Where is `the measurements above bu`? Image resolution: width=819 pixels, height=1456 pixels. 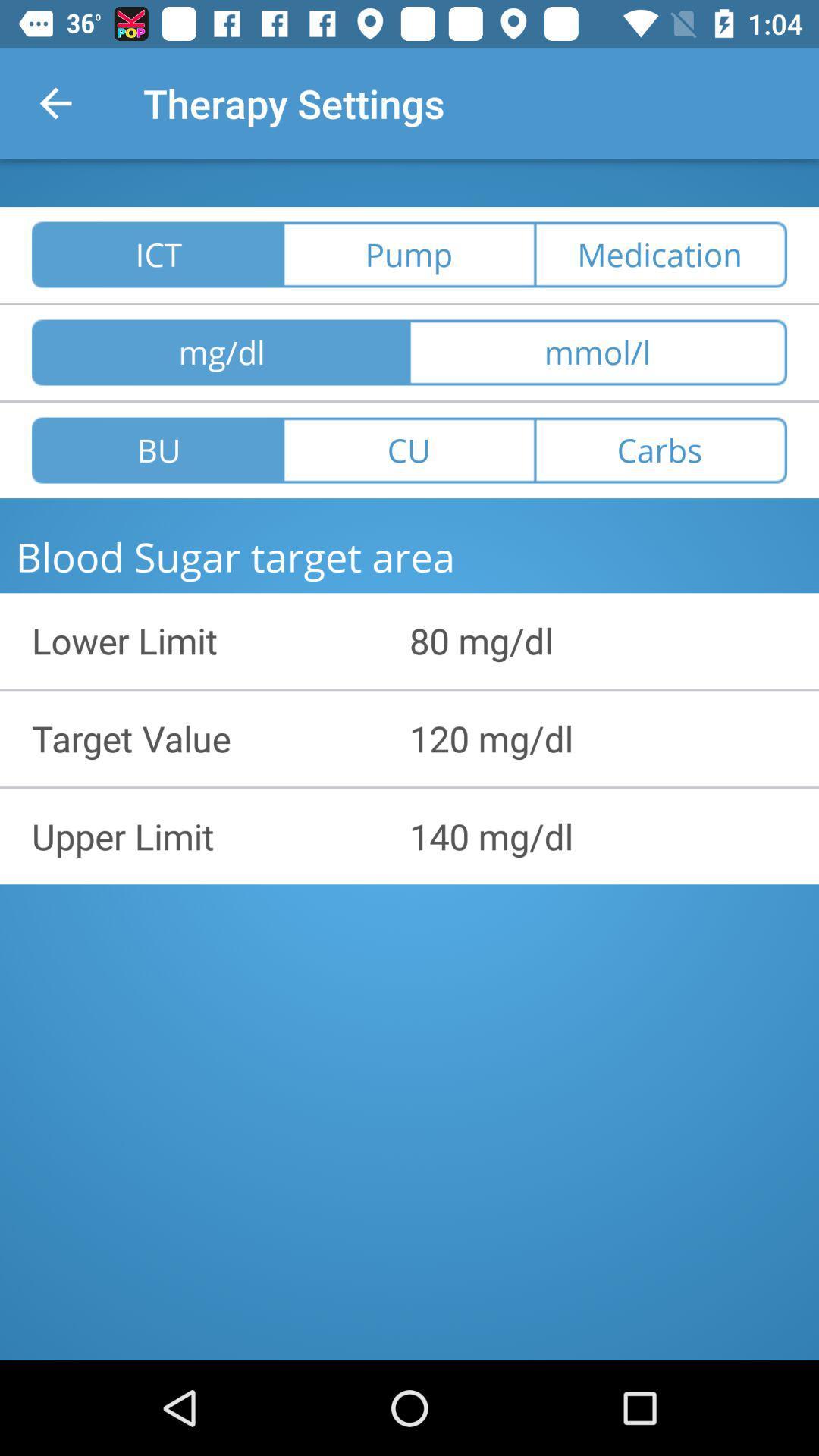 the measurements above bu is located at coordinates (220, 352).